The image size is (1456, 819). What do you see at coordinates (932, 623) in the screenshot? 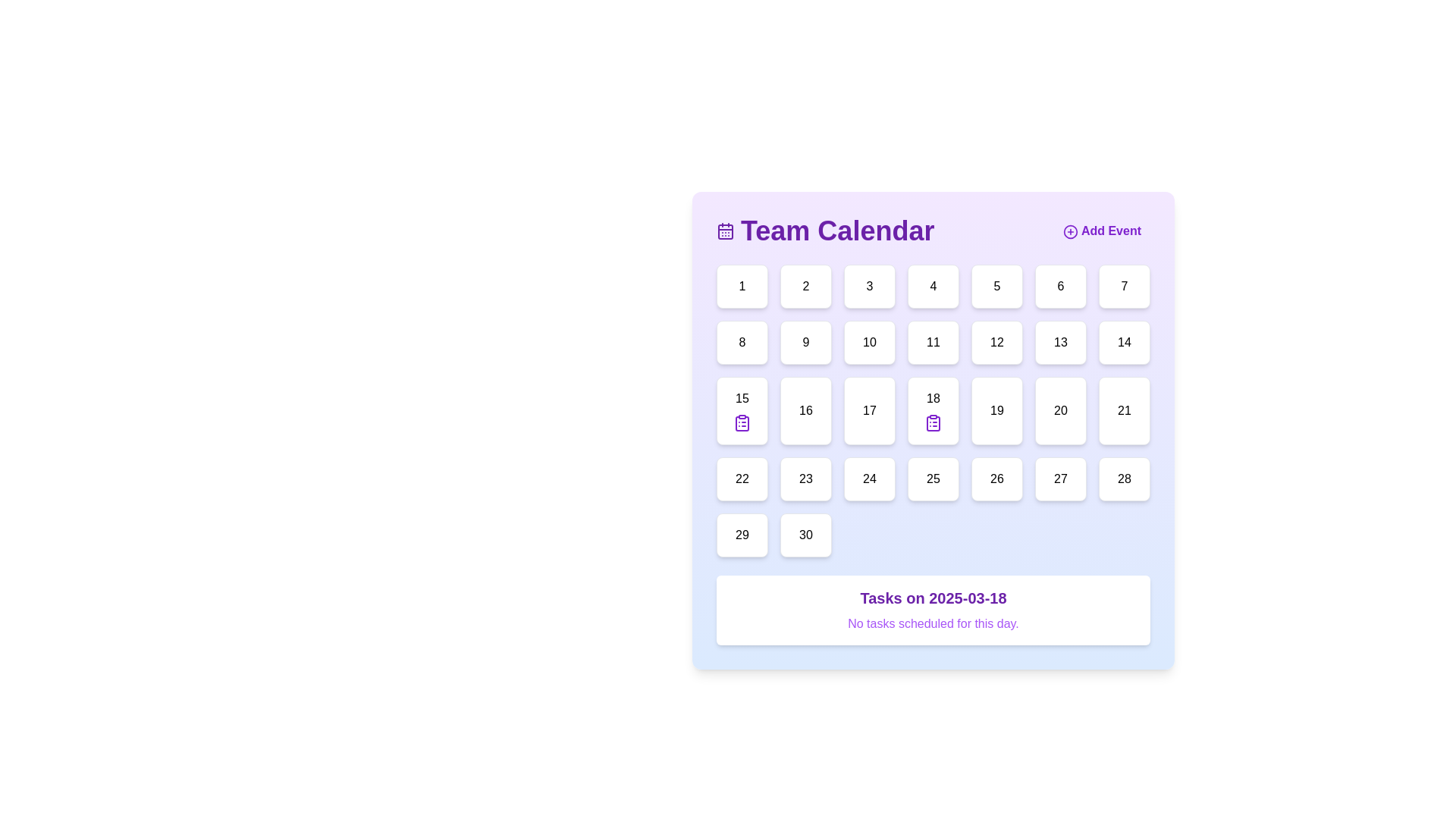
I see `the text label displaying 'No tasks scheduled for this day.' which is located below the 'Tasks on 2025-03-18' heading` at bounding box center [932, 623].